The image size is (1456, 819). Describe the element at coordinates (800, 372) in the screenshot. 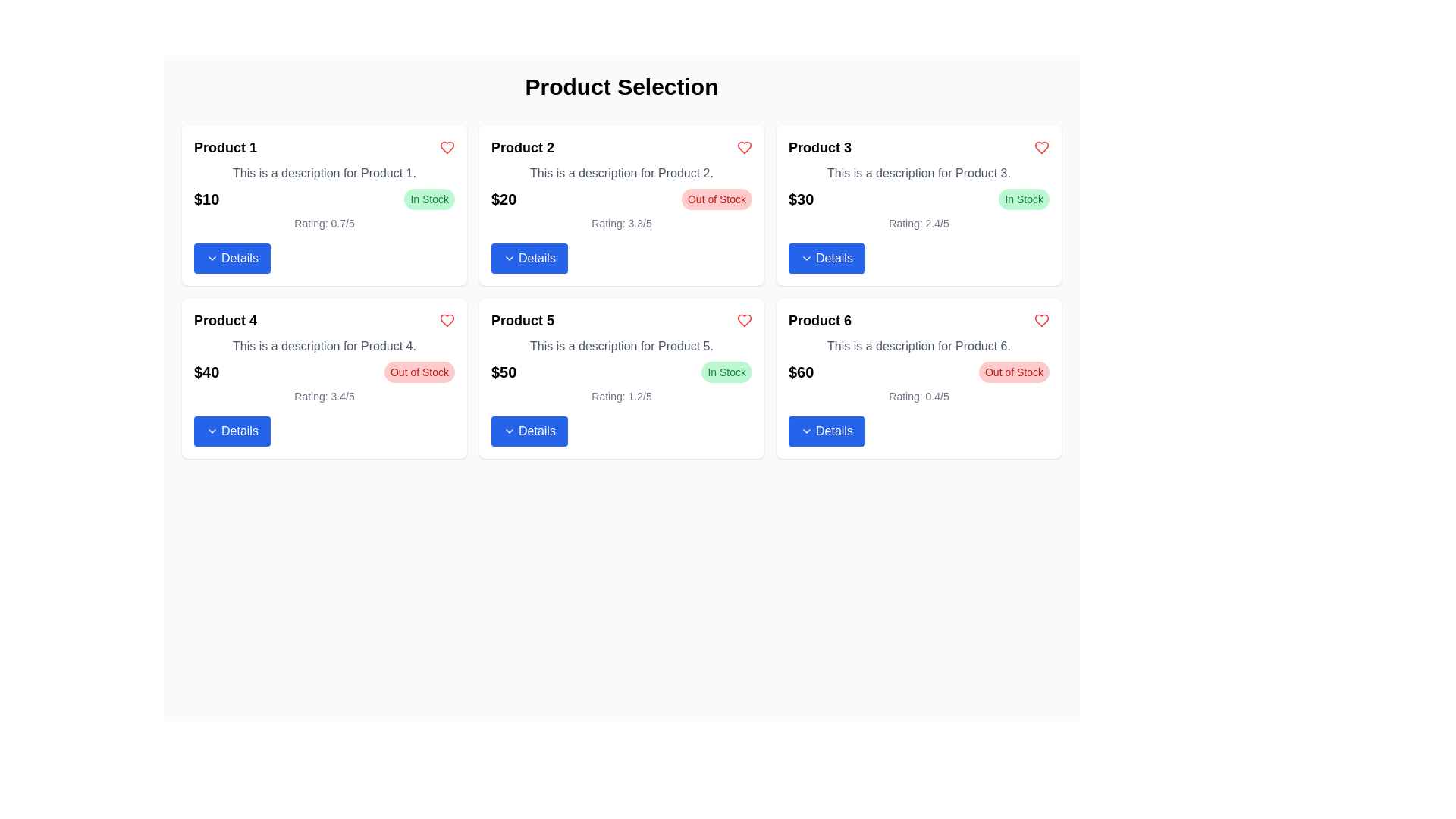

I see `the monetary value text label displaying '$60' in bold, located in the 'Product 6' card pricing section` at that location.